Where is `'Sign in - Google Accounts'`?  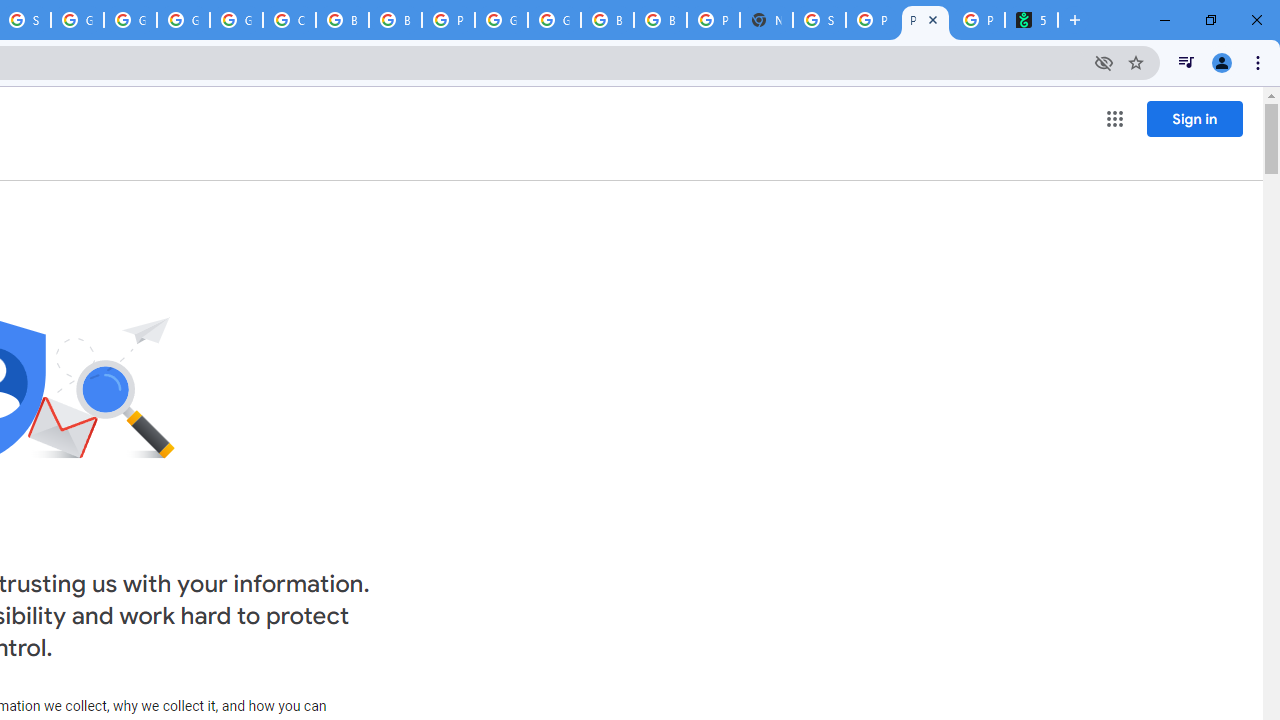 'Sign in - Google Accounts' is located at coordinates (819, 20).